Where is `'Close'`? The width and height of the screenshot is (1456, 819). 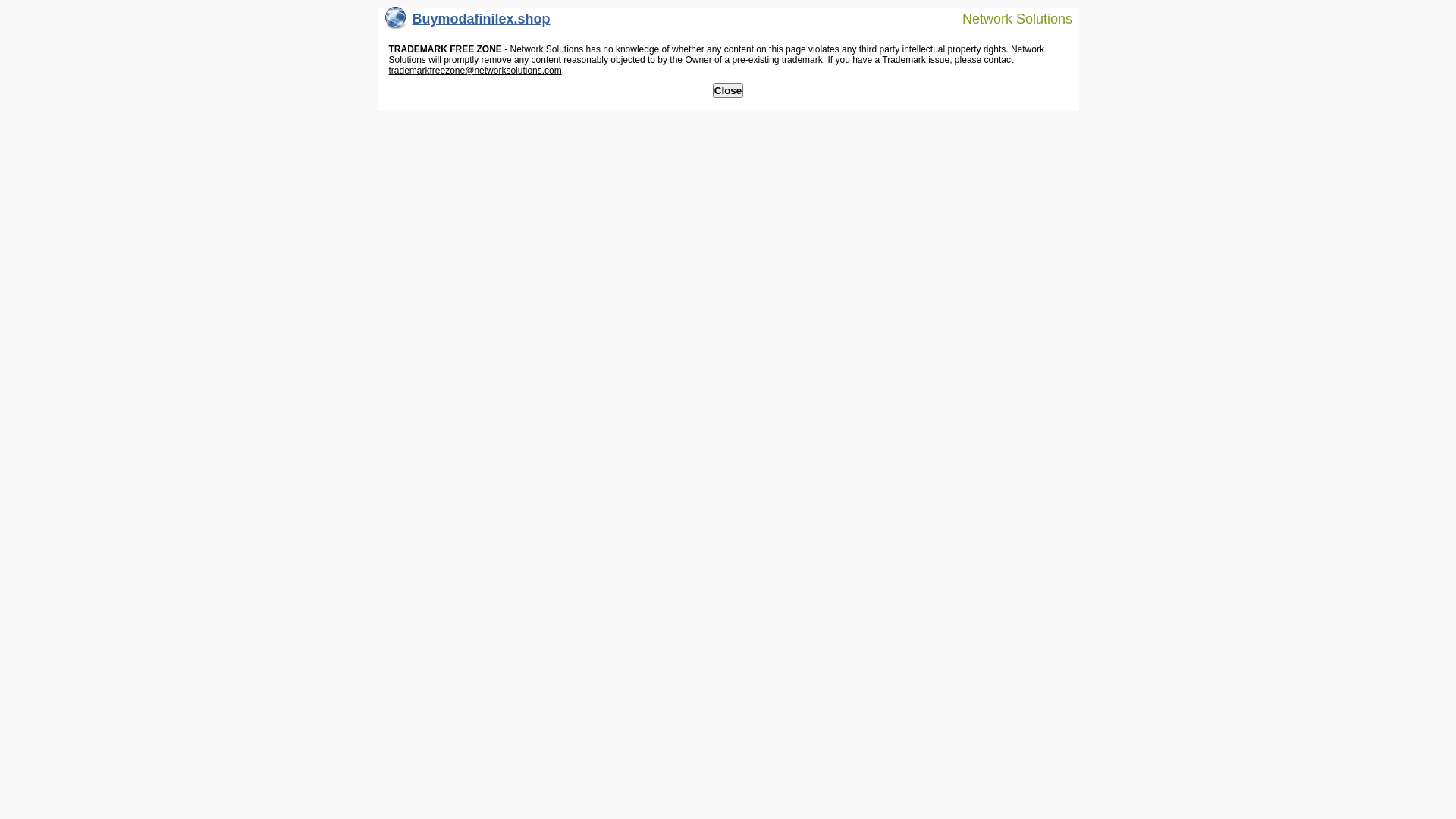 'Close' is located at coordinates (728, 90).